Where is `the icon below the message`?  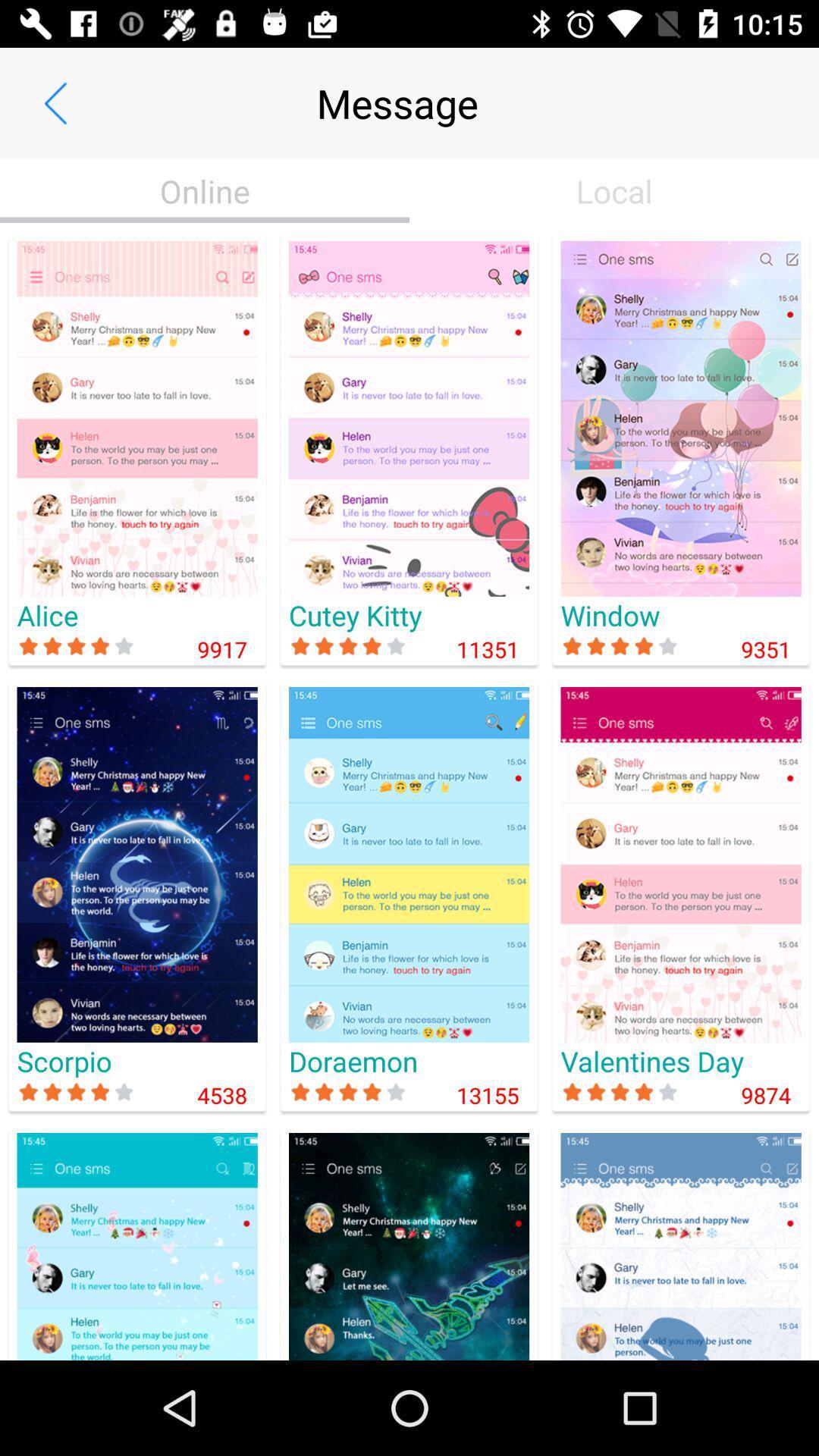 the icon below the message is located at coordinates (614, 190).